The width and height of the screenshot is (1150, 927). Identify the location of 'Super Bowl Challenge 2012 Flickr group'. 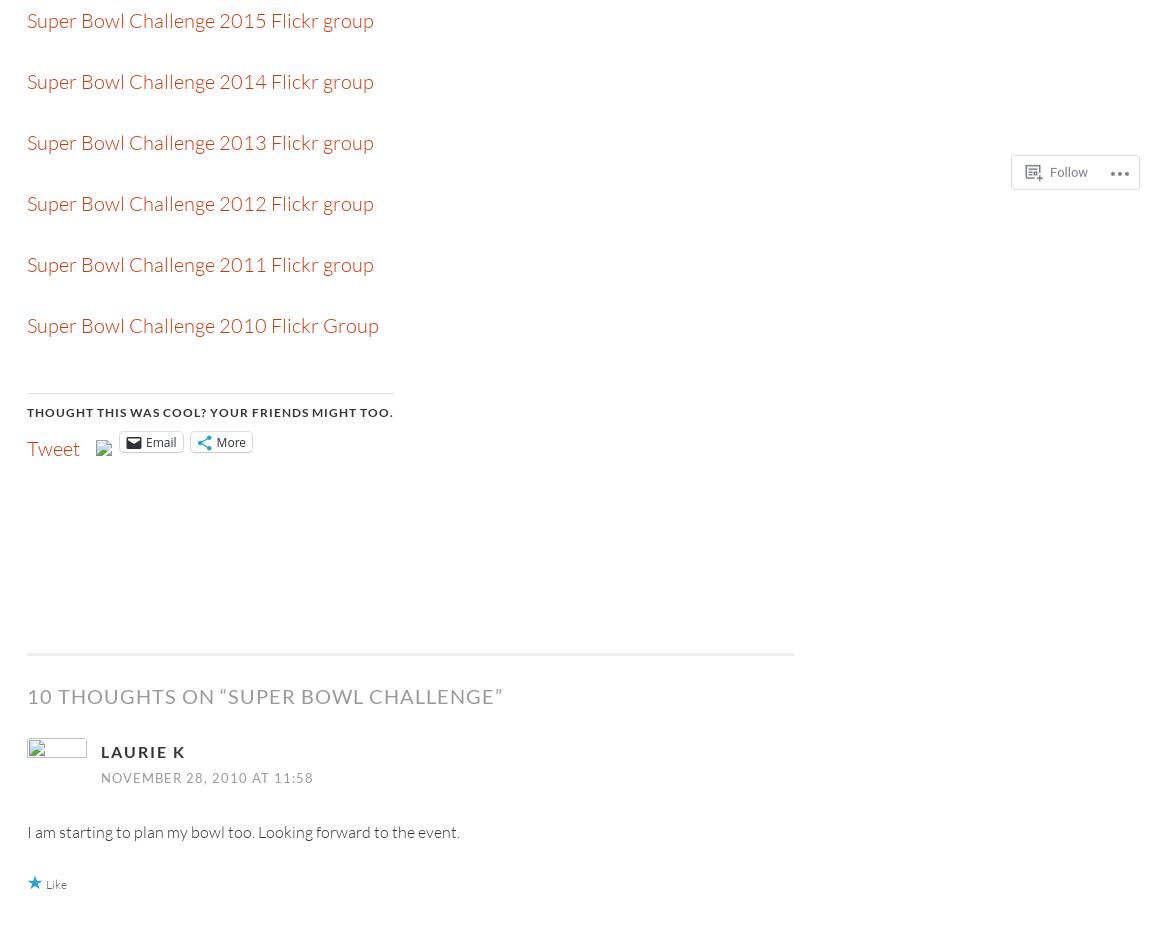
(199, 203).